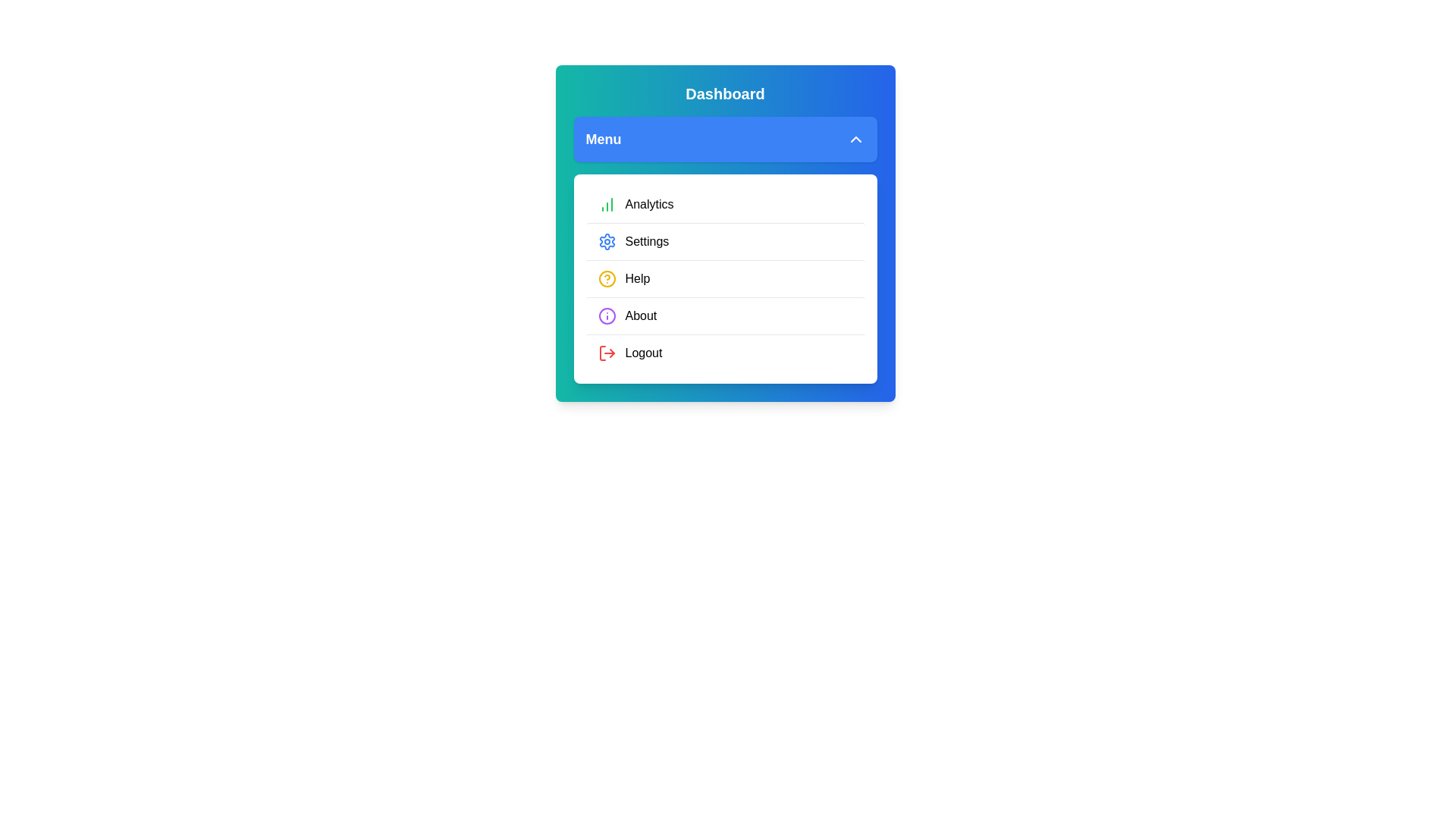  Describe the element at coordinates (724, 140) in the screenshot. I see `the menu toggle button located directly below the 'Dashboard' title` at that location.